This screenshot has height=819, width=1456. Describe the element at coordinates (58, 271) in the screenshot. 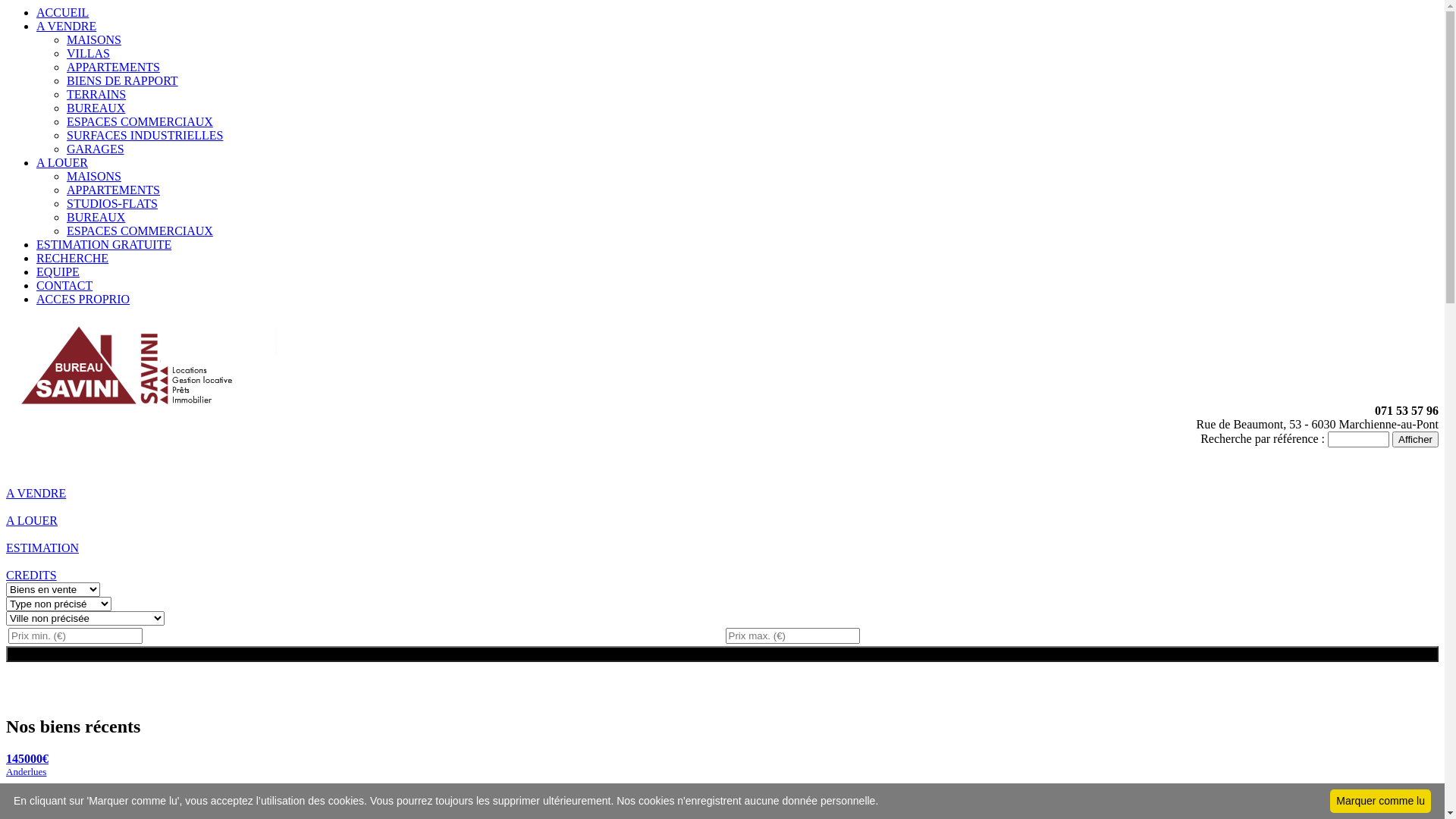

I see `'EQUIPE'` at that location.